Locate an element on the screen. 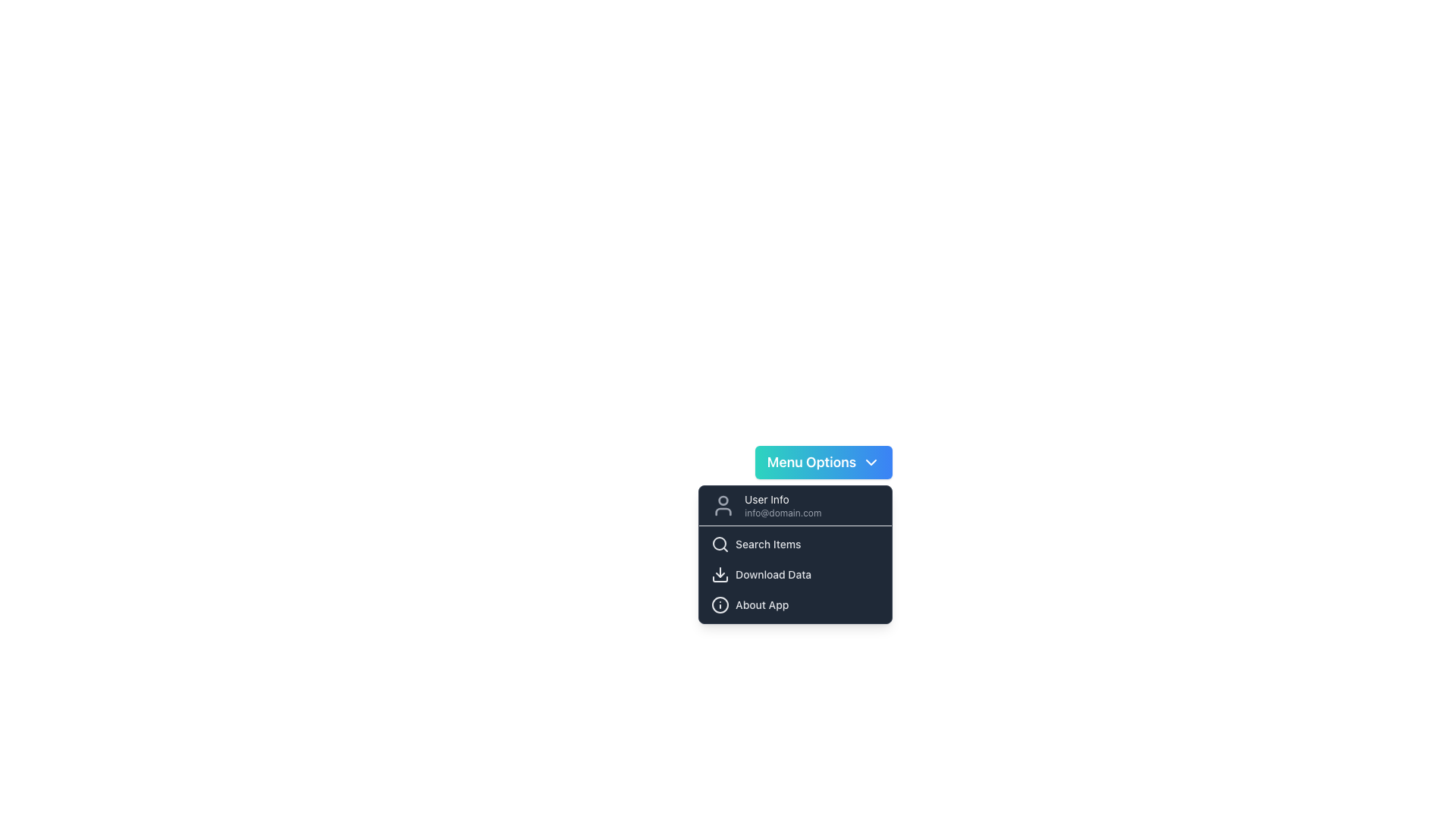 The width and height of the screenshot is (1456, 819). the Display card that contains a profile icon on the left, 'User Info' in white text, and 'info@domain.com' in light gray text, located just below the 'Menu Options' header is located at coordinates (795, 506).